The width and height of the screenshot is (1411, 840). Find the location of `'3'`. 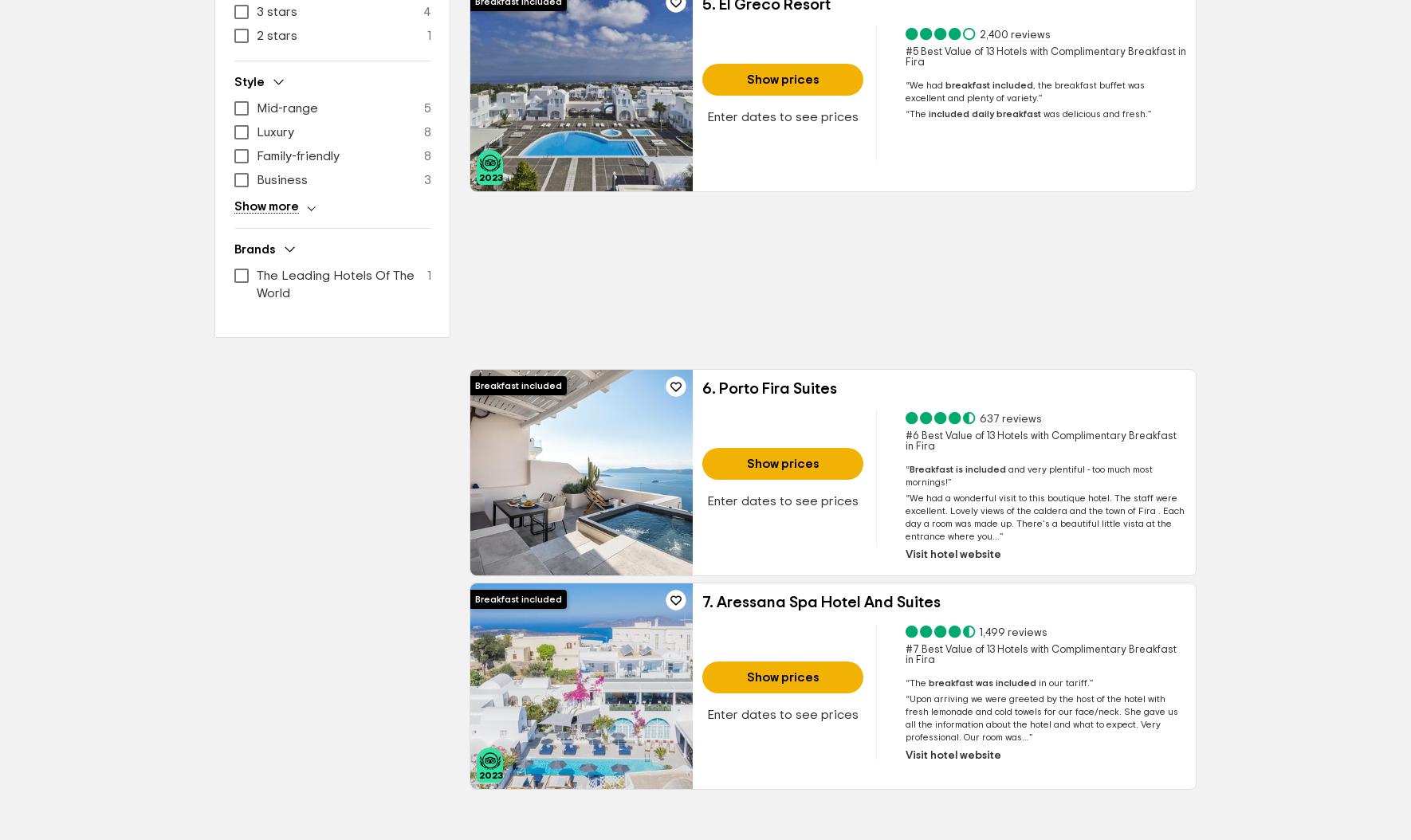

'3' is located at coordinates (427, 179).